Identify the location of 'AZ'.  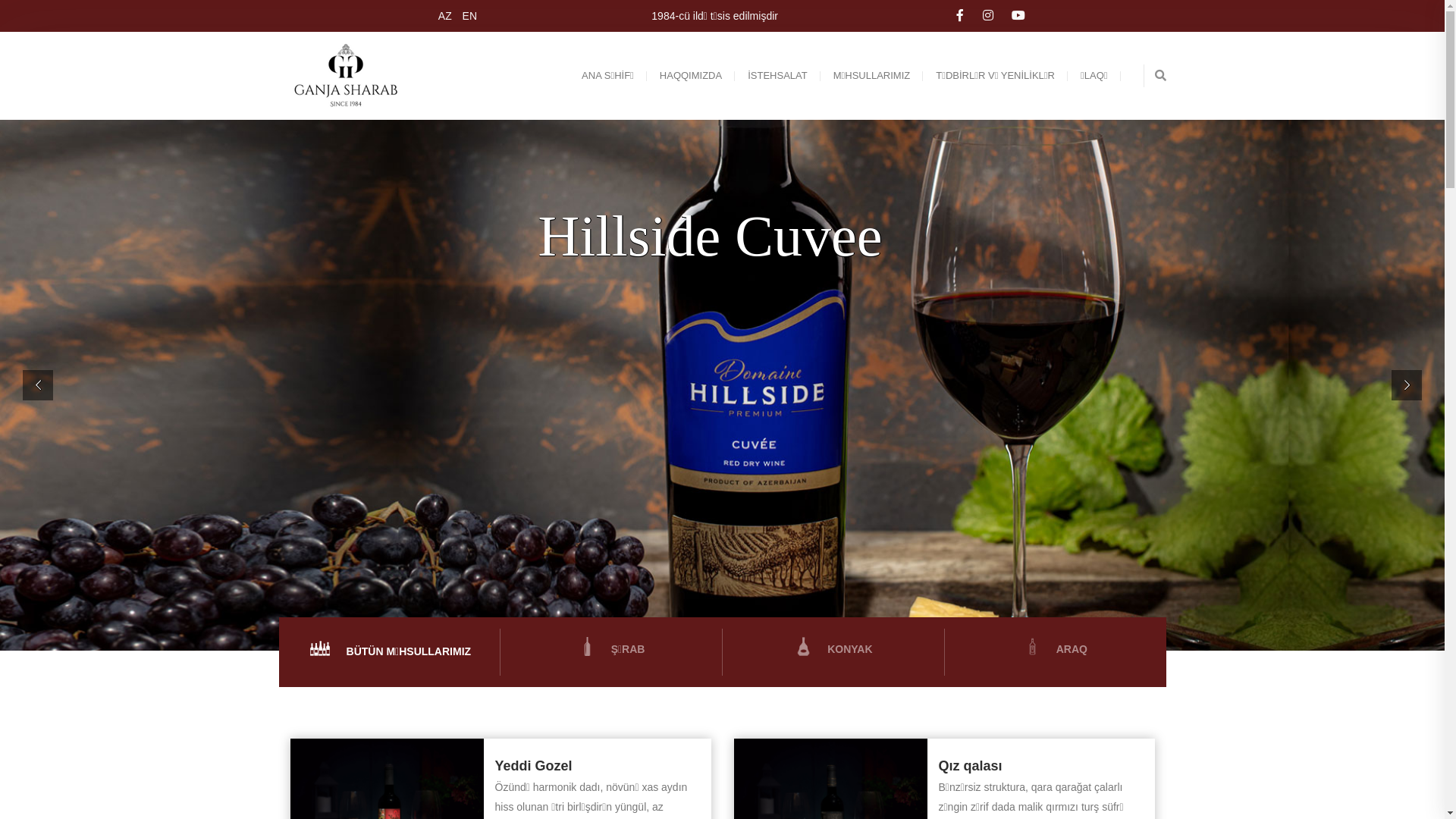
(442, 15).